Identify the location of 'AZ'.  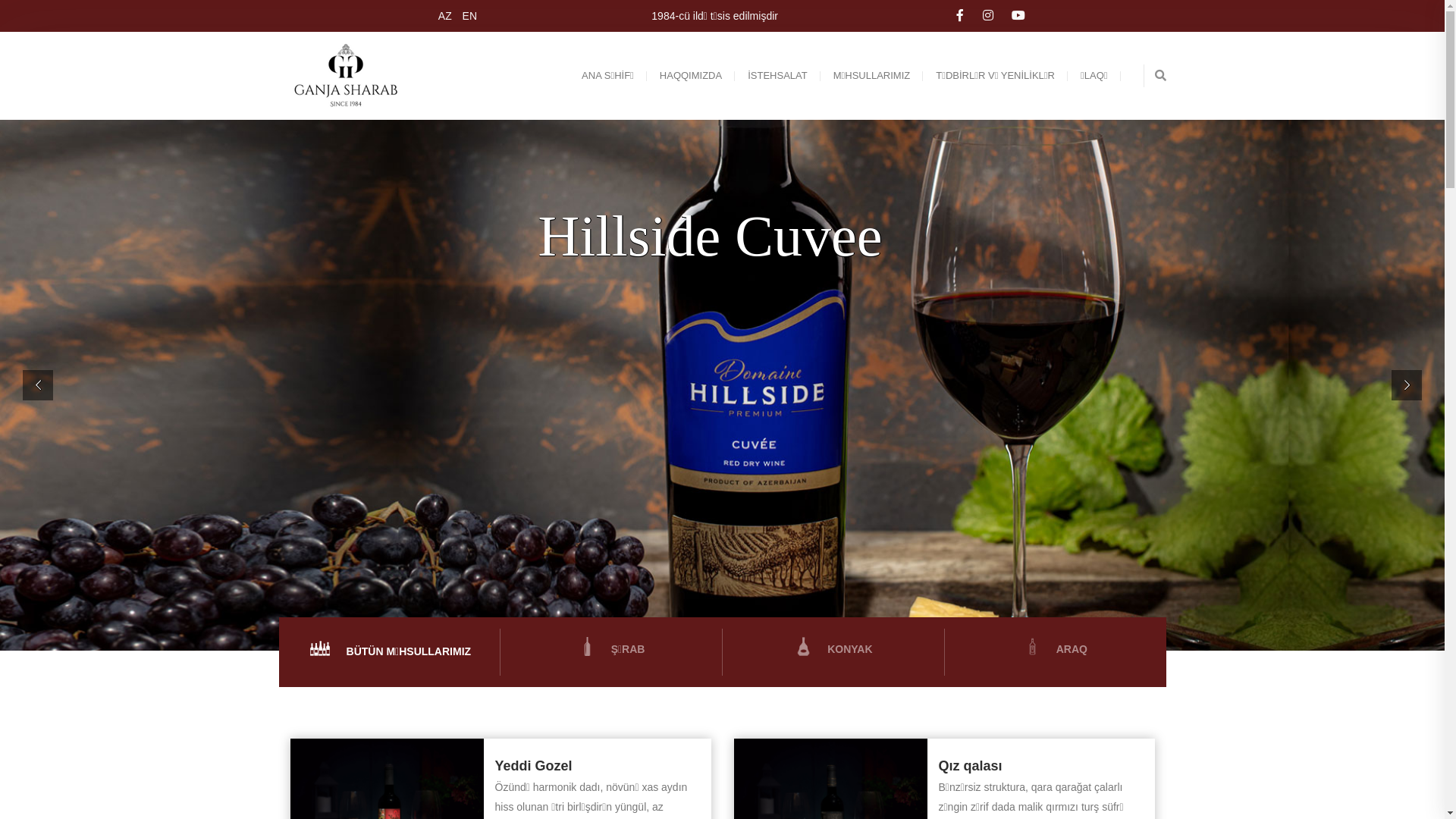
(442, 15).